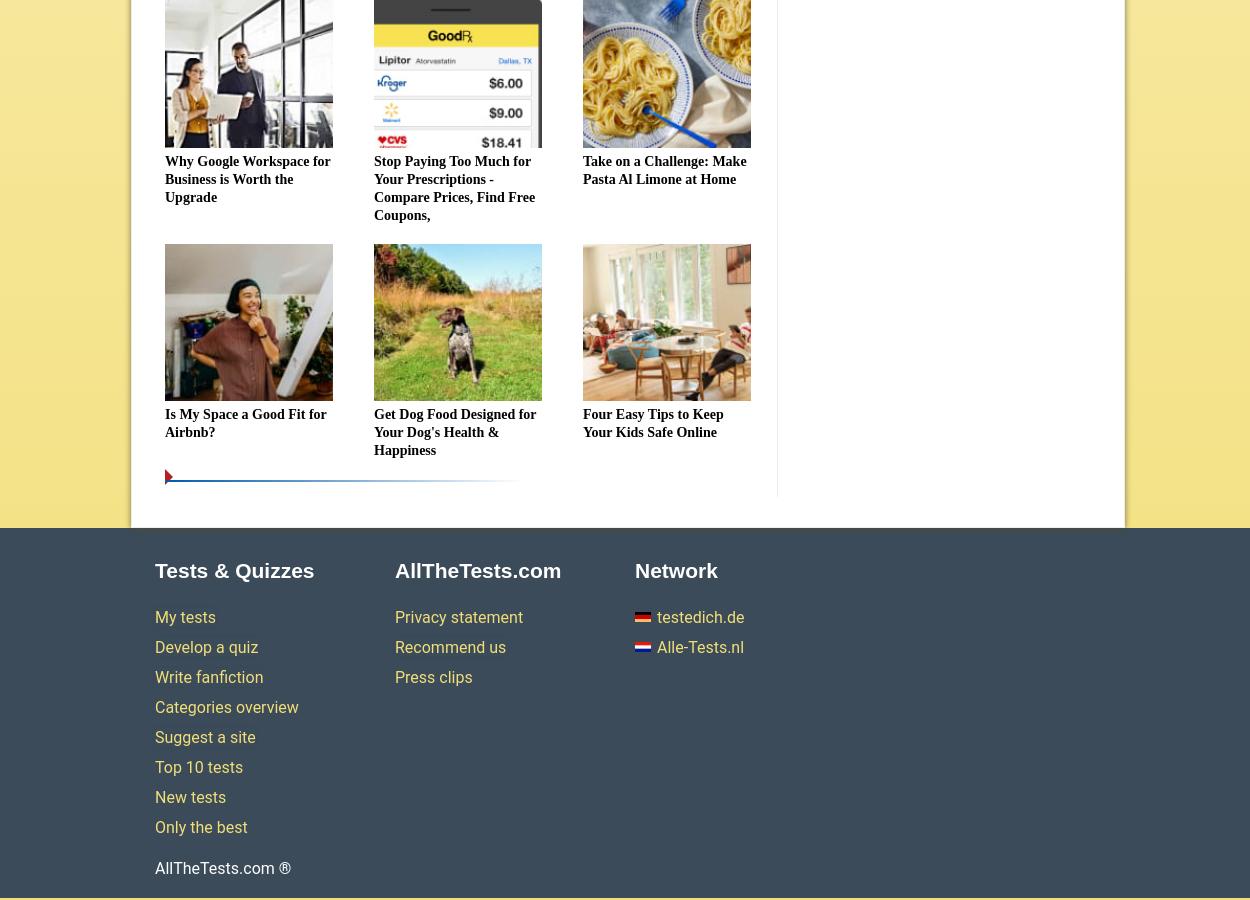  I want to click on 'New tests', so click(189, 797).